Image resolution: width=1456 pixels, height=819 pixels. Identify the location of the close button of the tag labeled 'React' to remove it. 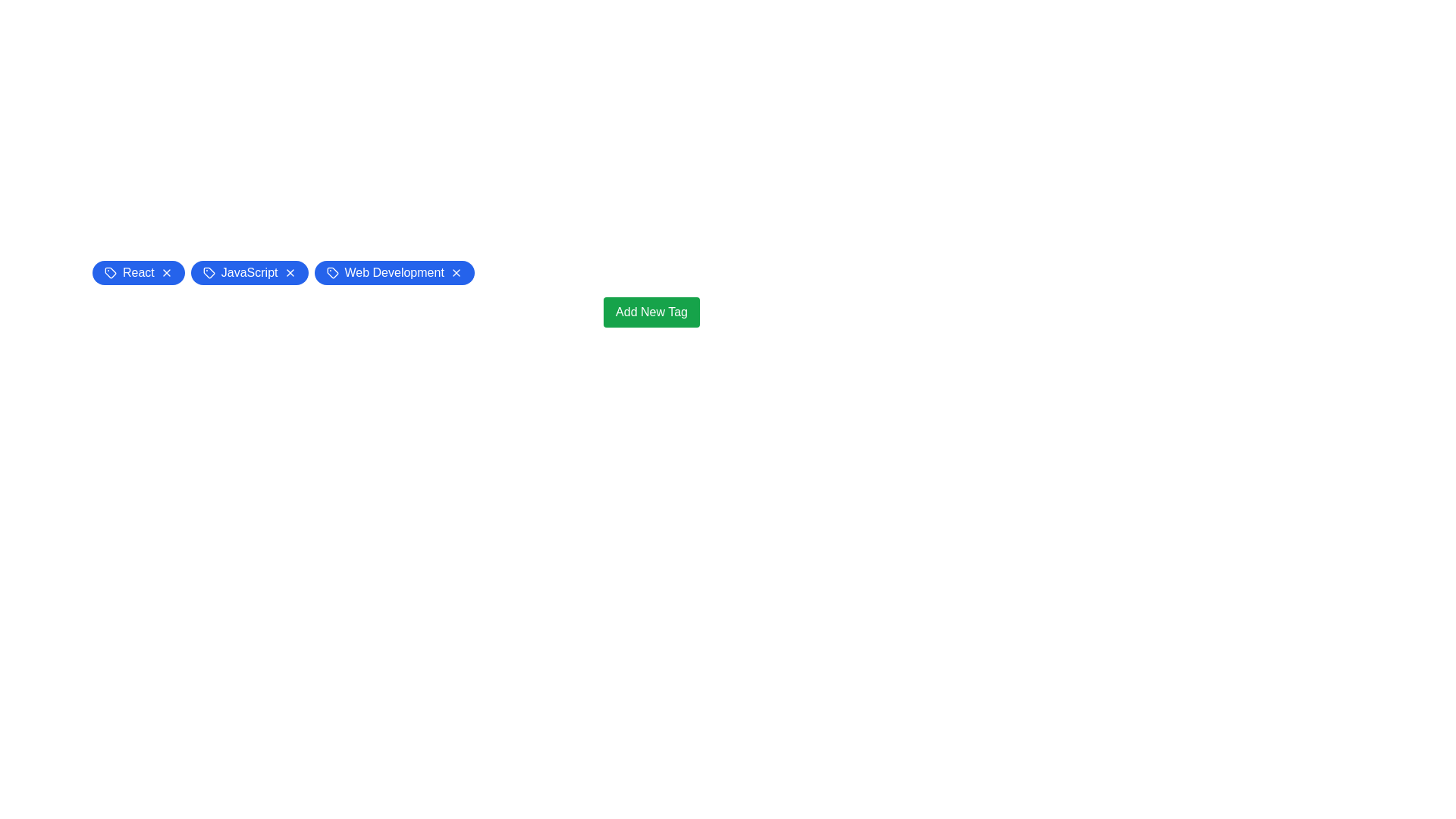
(166, 271).